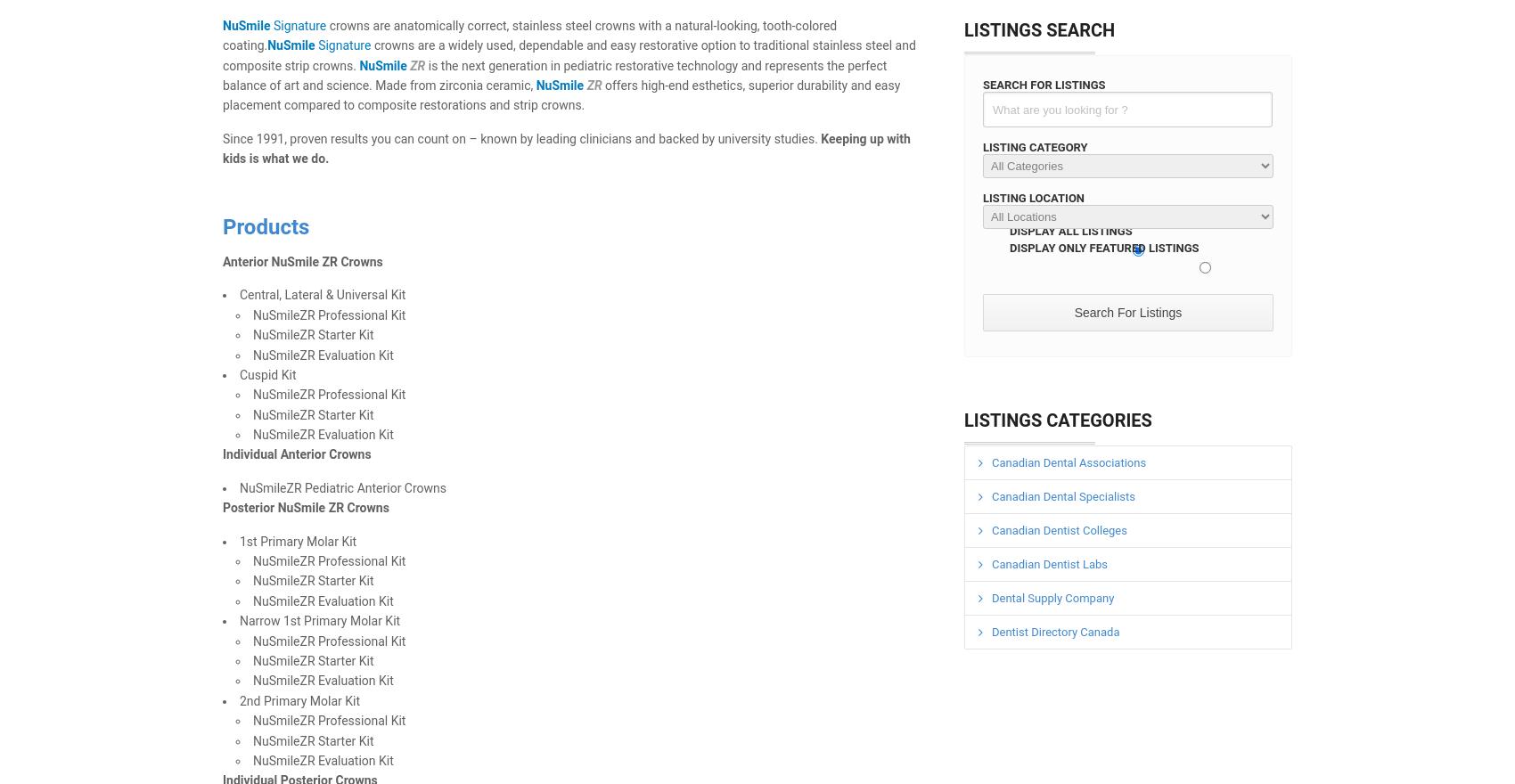  Describe the element at coordinates (296, 453) in the screenshot. I see `'Individual Anterior Crowns'` at that location.